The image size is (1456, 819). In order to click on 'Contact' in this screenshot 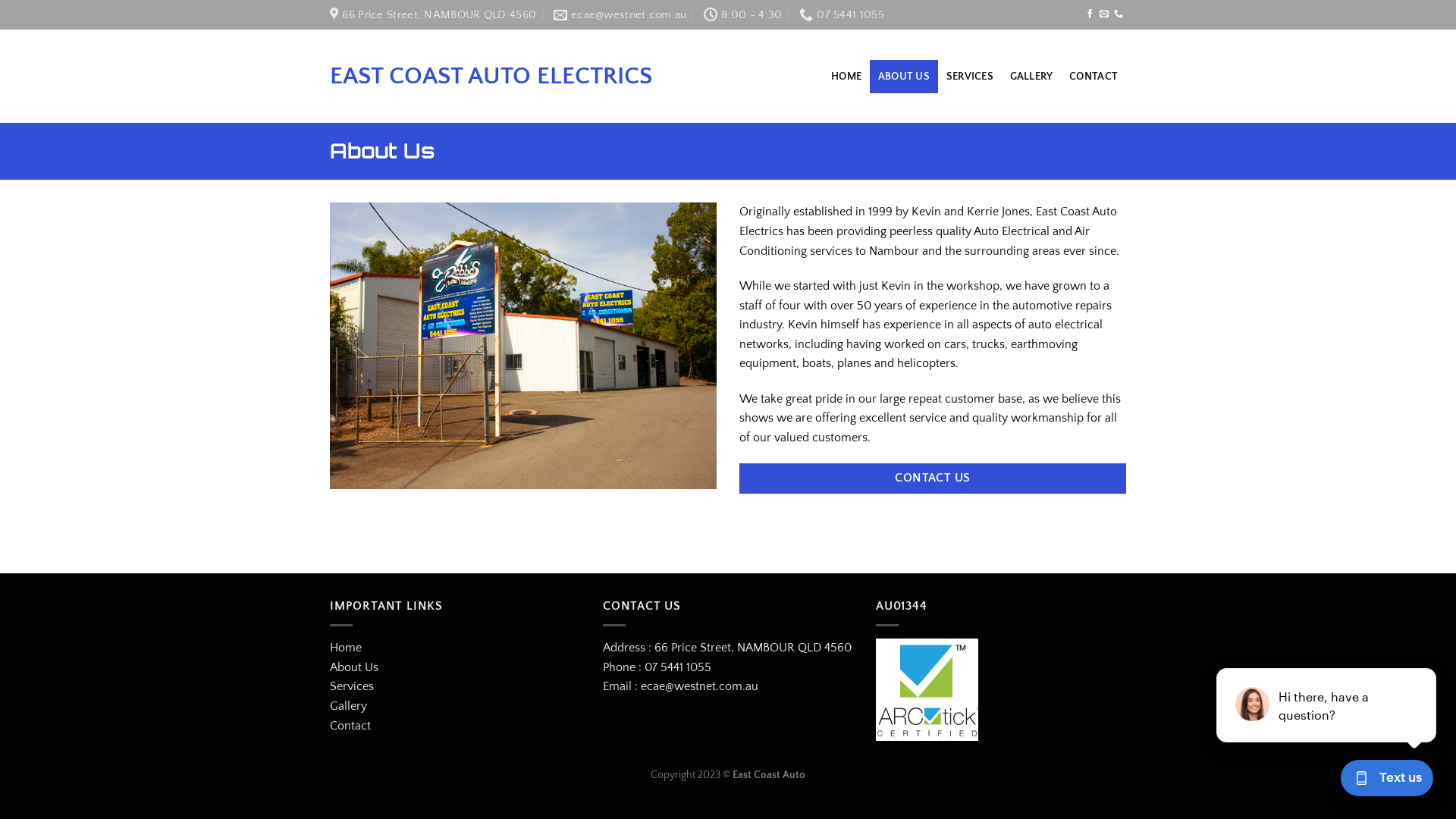, I will do `click(349, 725)`.